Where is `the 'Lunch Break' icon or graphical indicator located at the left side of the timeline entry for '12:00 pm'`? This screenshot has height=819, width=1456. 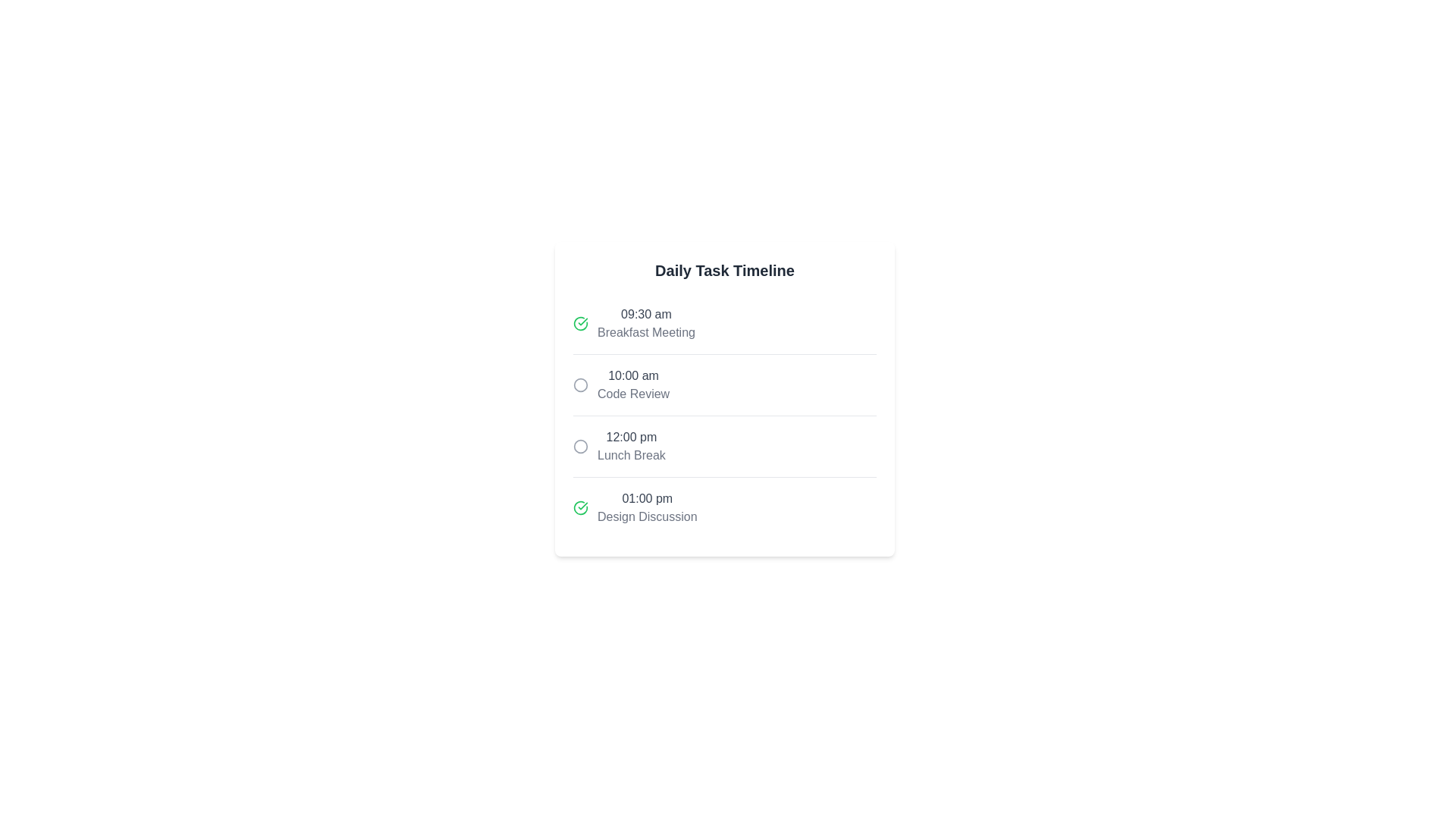 the 'Lunch Break' icon or graphical indicator located at the left side of the timeline entry for '12:00 pm' is located at coordinates (580, 446).